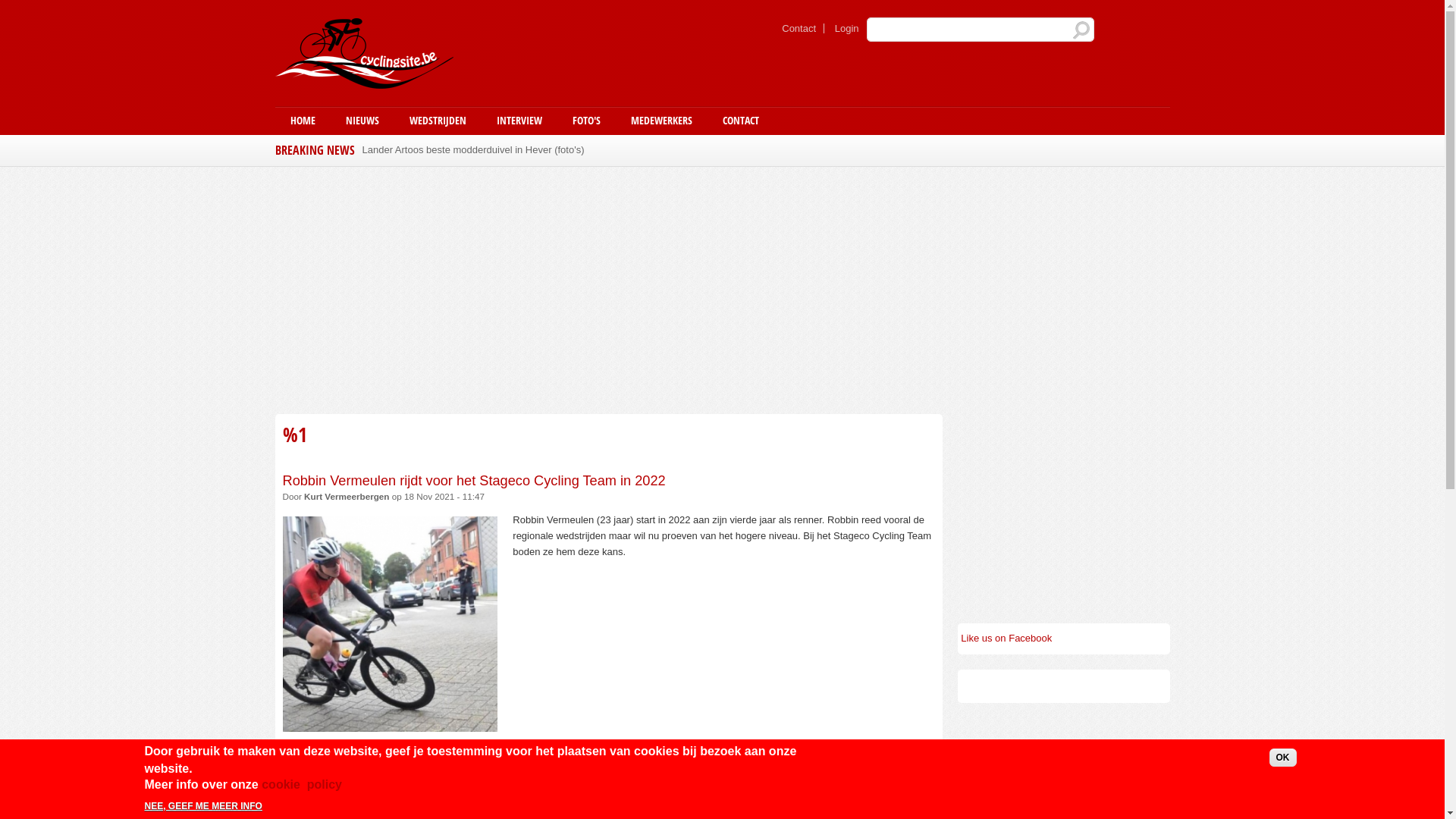 The image size is (1456, 819). What do you see at coordinates (1072, 30) in the screenshot?
I see `'Zoeken'` at bounding box center [1072, 30].